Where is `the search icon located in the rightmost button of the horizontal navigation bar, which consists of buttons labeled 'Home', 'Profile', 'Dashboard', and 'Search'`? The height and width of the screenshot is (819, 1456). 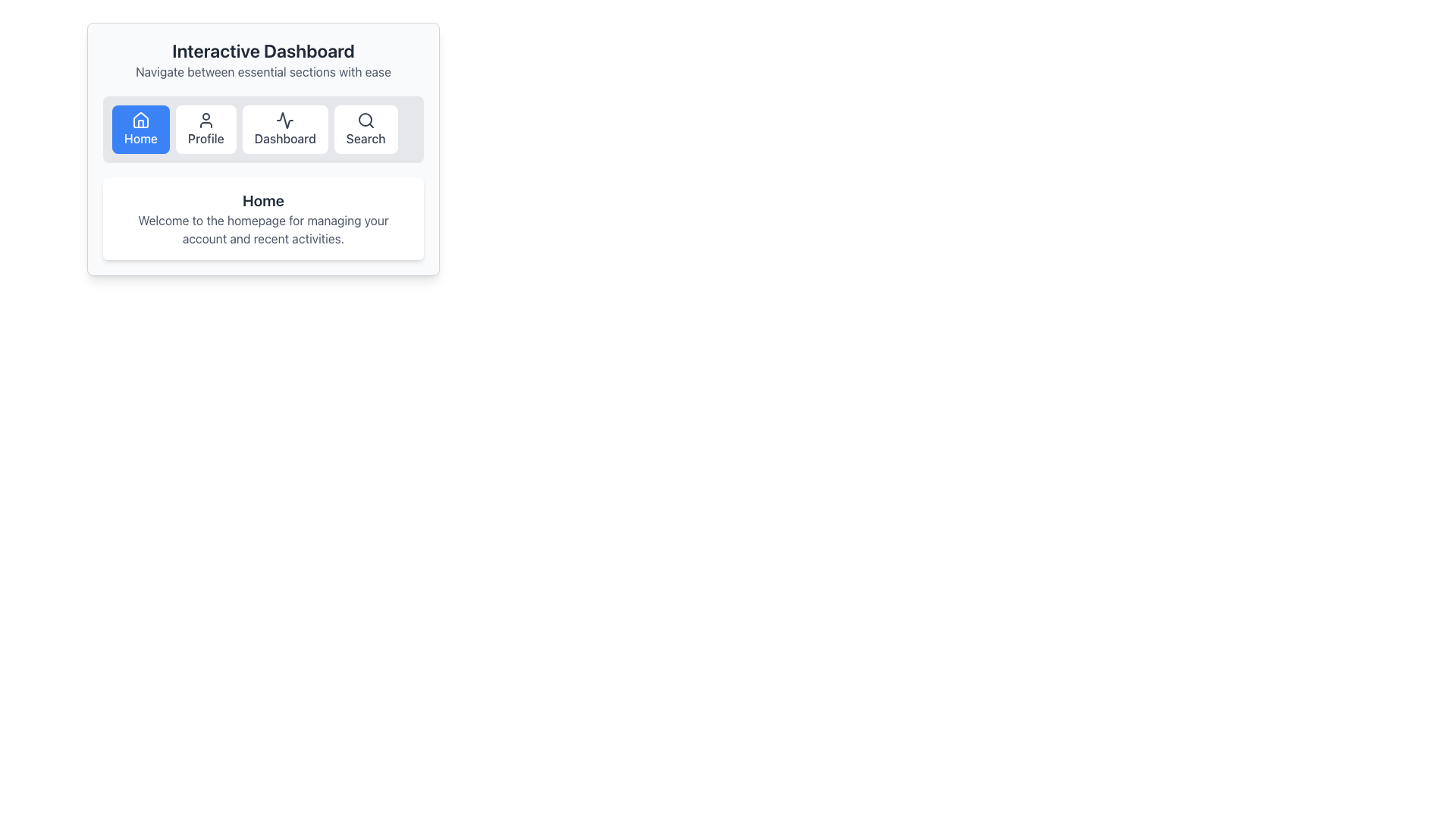 the search icon located in the rightmost button of the horizontal navigation bar, which consists of buttons labeled 'Home', 'Profile', 'Dashboard', and 'Search' is located at coordinates (366, 119).